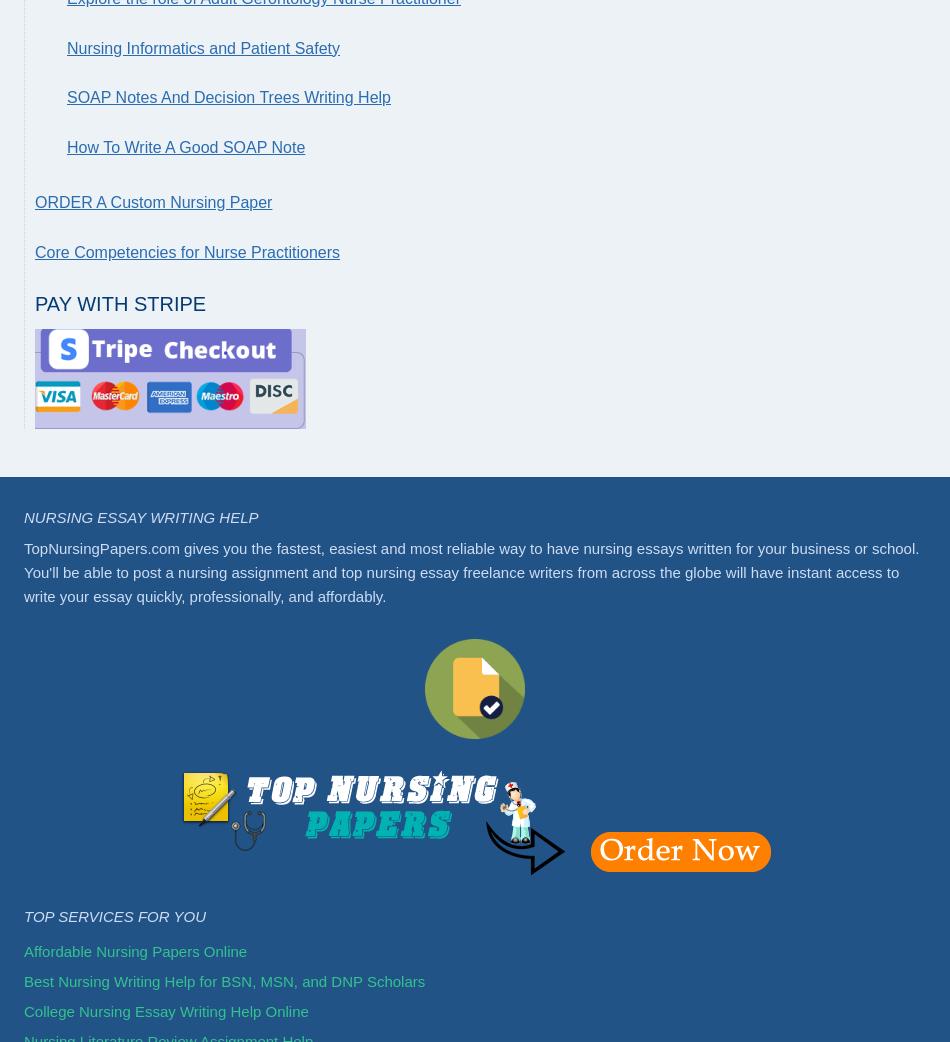  What do you see at coordinates (224, 980) in the screenshot?
I see `'Best Nursing Writing Help for BSN, MSN, and DNP Scholars'` at bounding box center [224, 980].